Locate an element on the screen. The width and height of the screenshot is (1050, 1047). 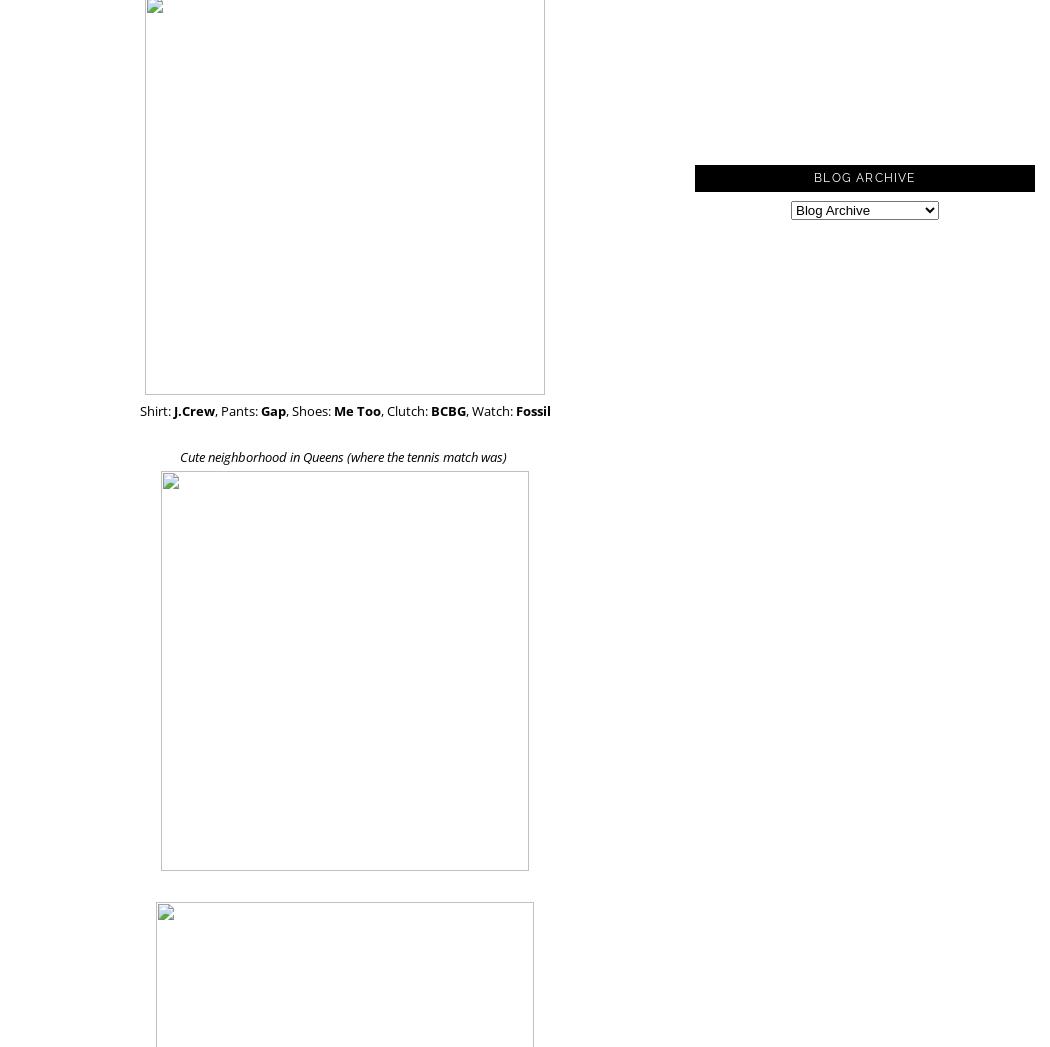
'J.Crew' is located at coordinates (192, 410).